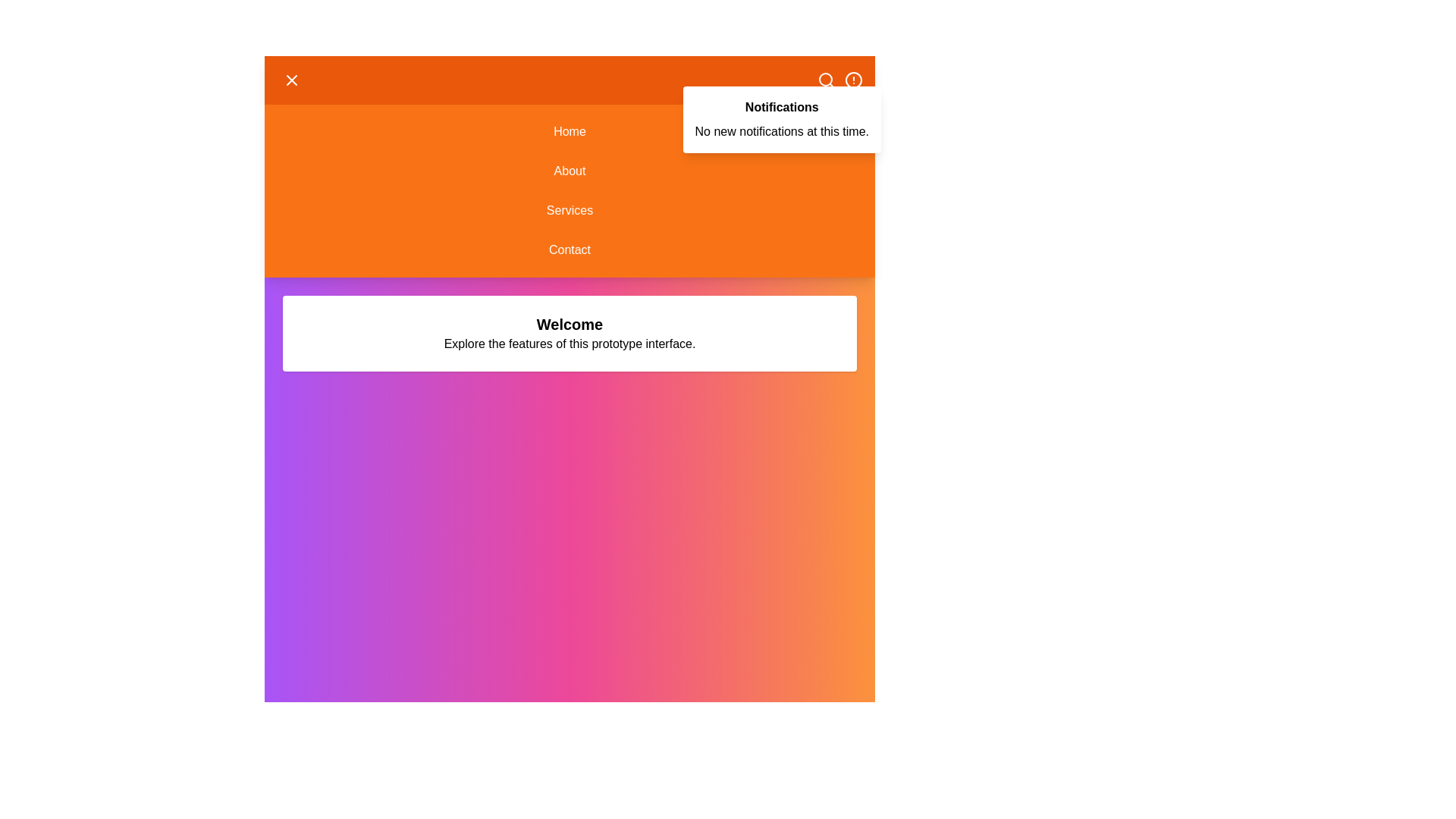 This screenshot has width=1456, height=819. I want to click on the Contact menu option, so click(569, 249).